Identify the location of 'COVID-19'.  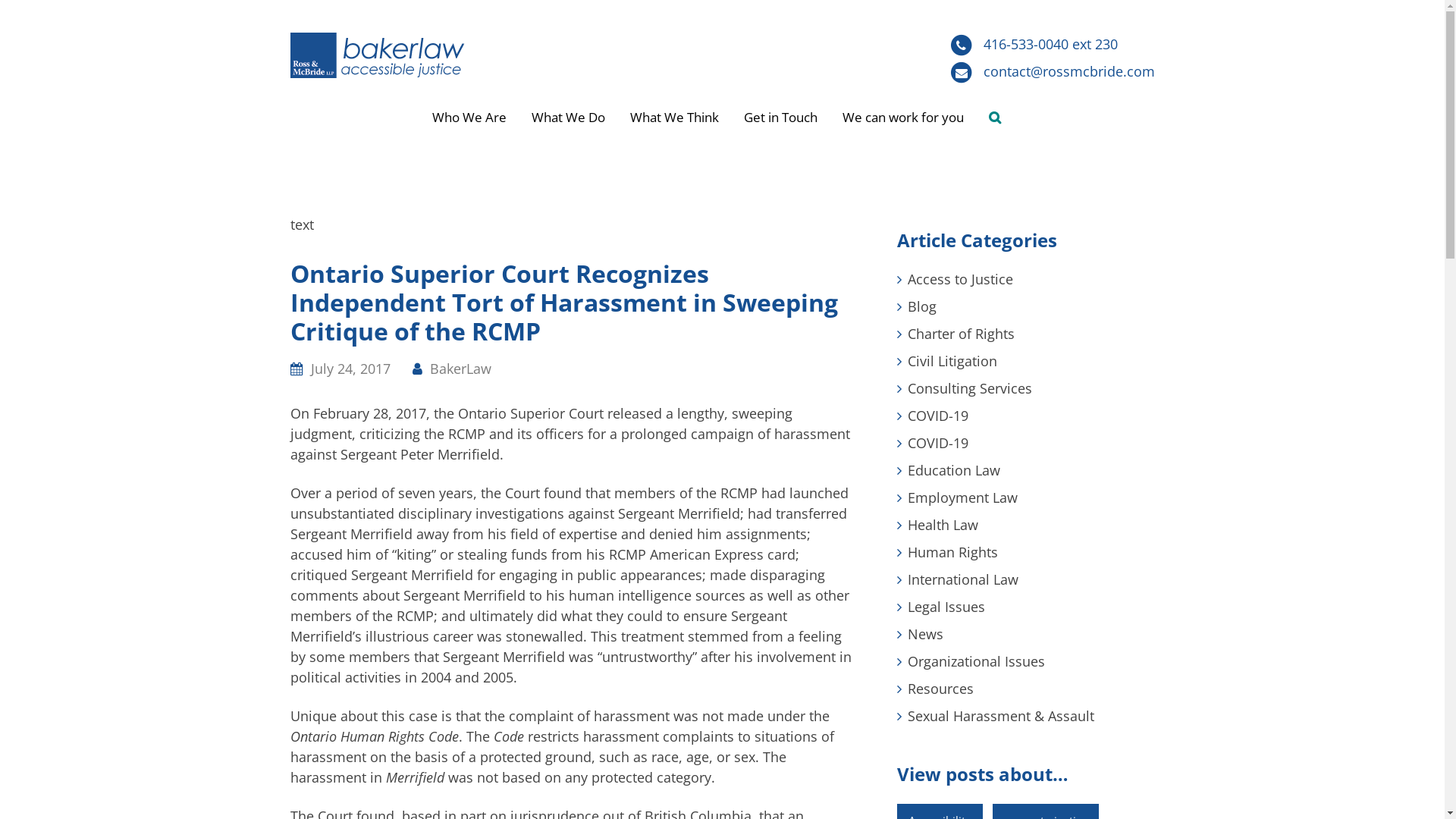
(937, 415).